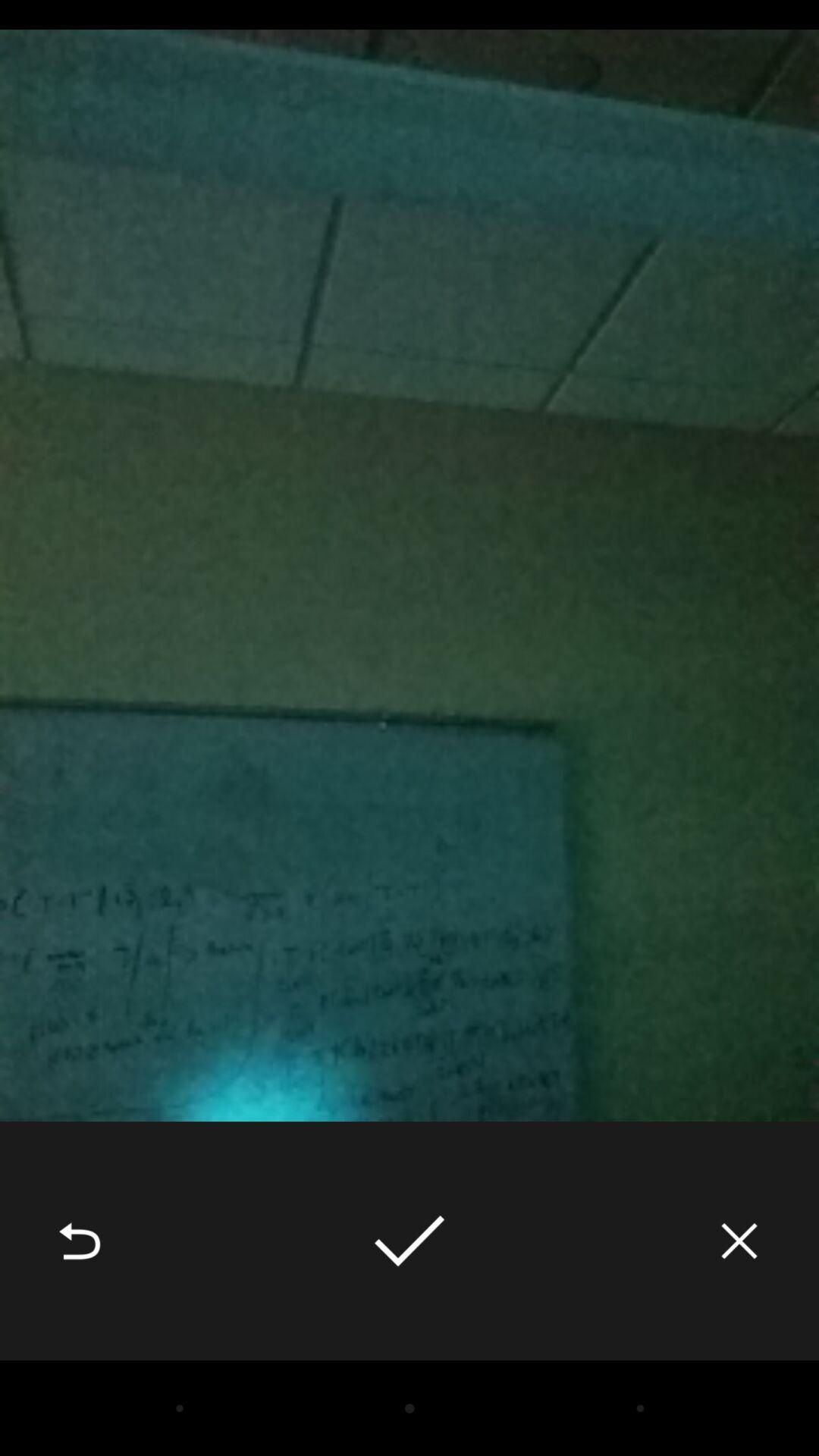 This screenshot has width=819, height=1456. What do you see at coordinates (739, 1241) in the screenshot?
I see `icon at the bottom right corner` at bounding box center [739, 1241].